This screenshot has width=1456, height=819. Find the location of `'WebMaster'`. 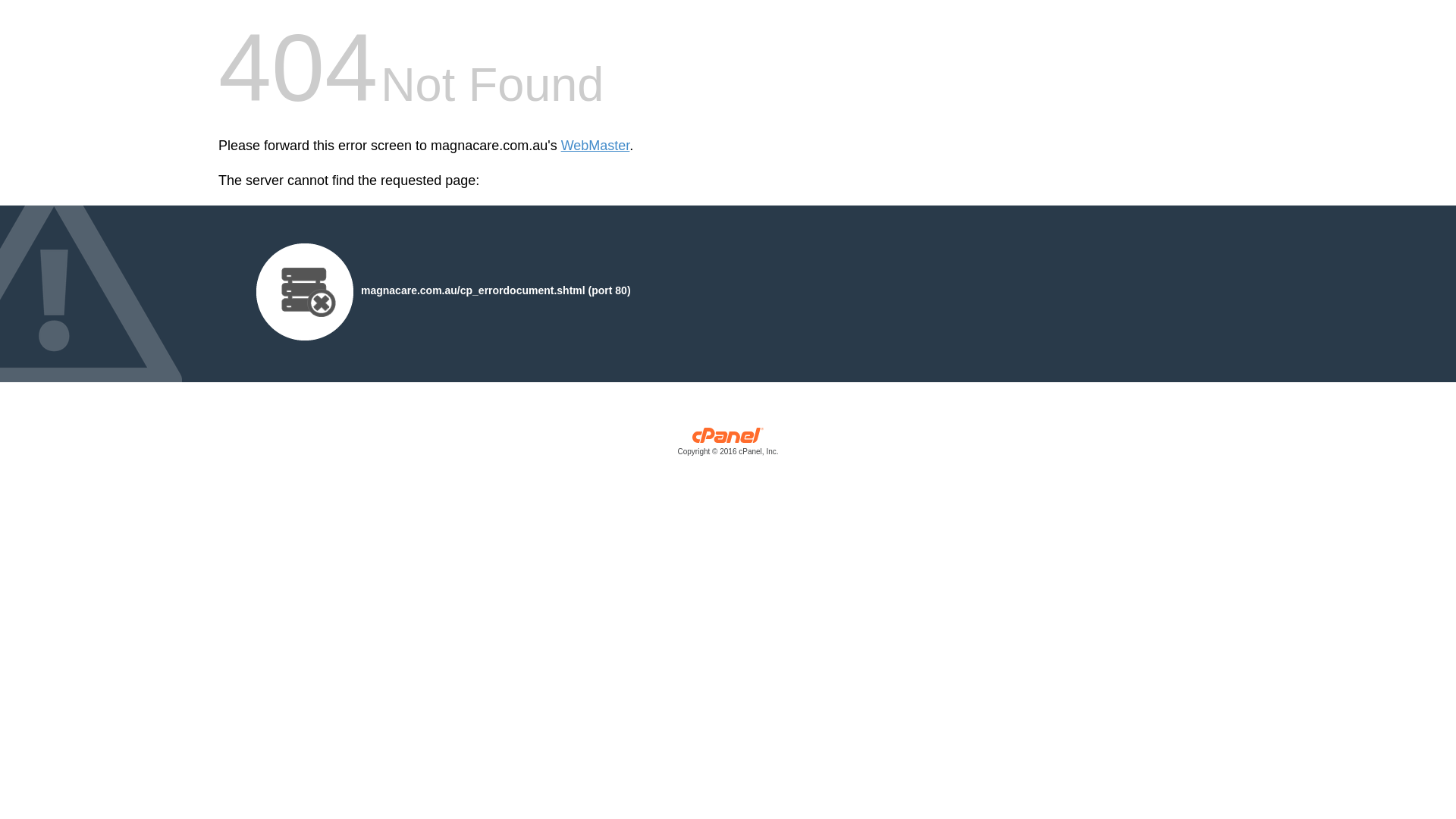

'WebMaster' is located at coordinates (560, 146).